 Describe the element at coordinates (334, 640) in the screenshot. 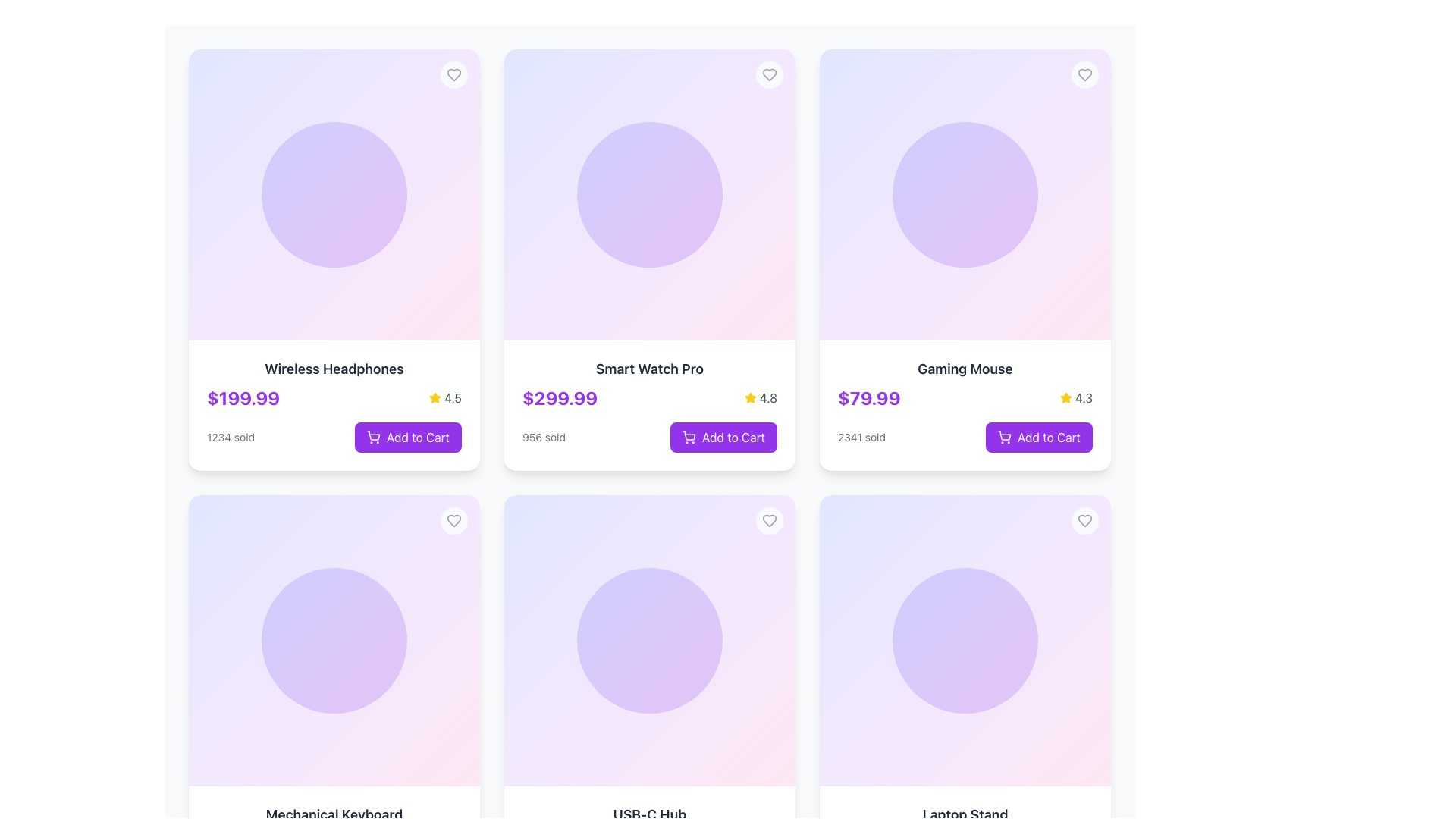

I see `the decorative background or image placeholder located in the second row and first column of the product grid for the 'Mechanical Keyboard', characterized by its square shape with a gradient from indigo to purple to pink and a circular feature in the middle` at that location.